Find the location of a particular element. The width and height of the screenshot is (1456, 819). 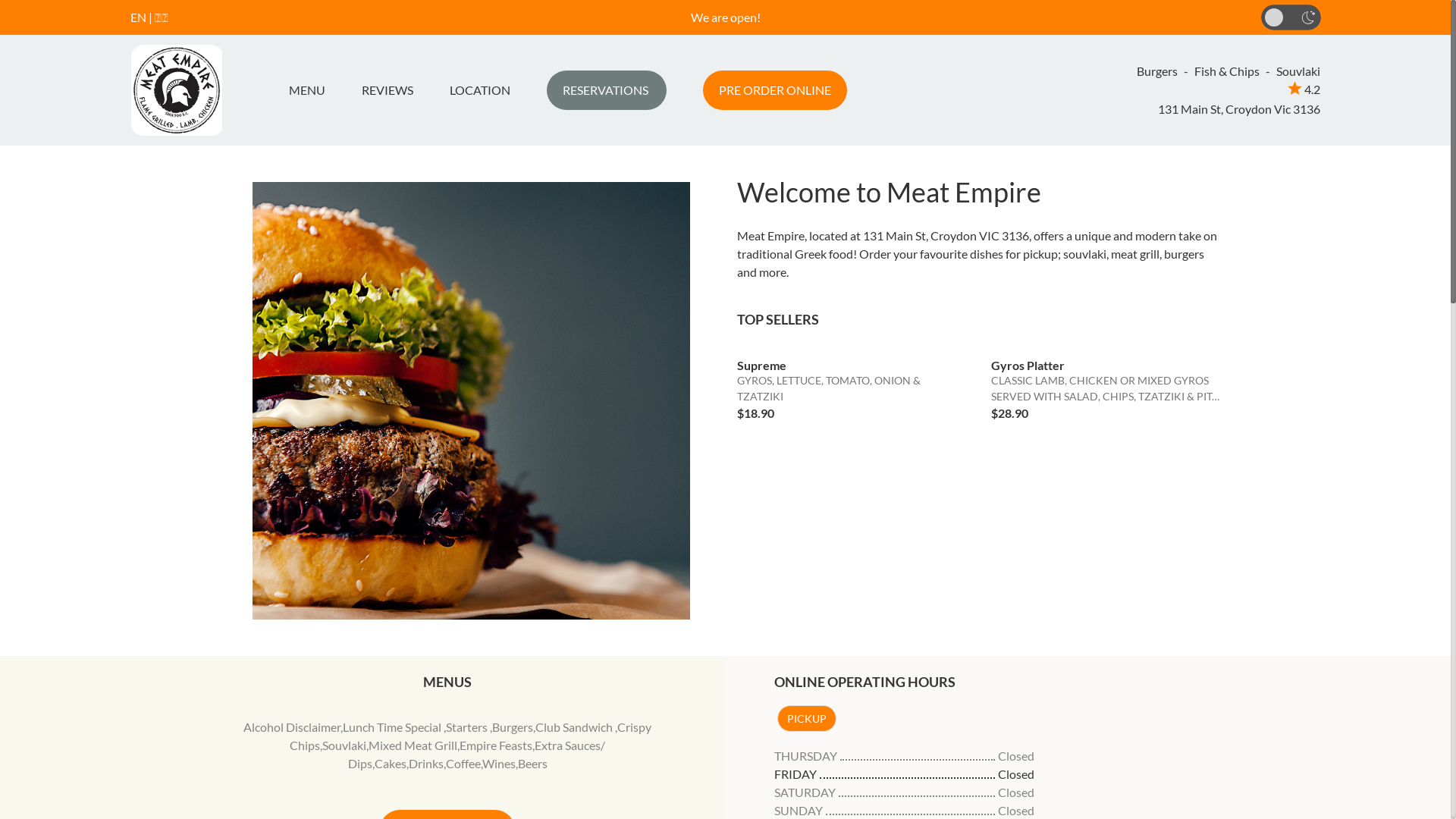

'4.2' is located at coordinates (1303, 89).